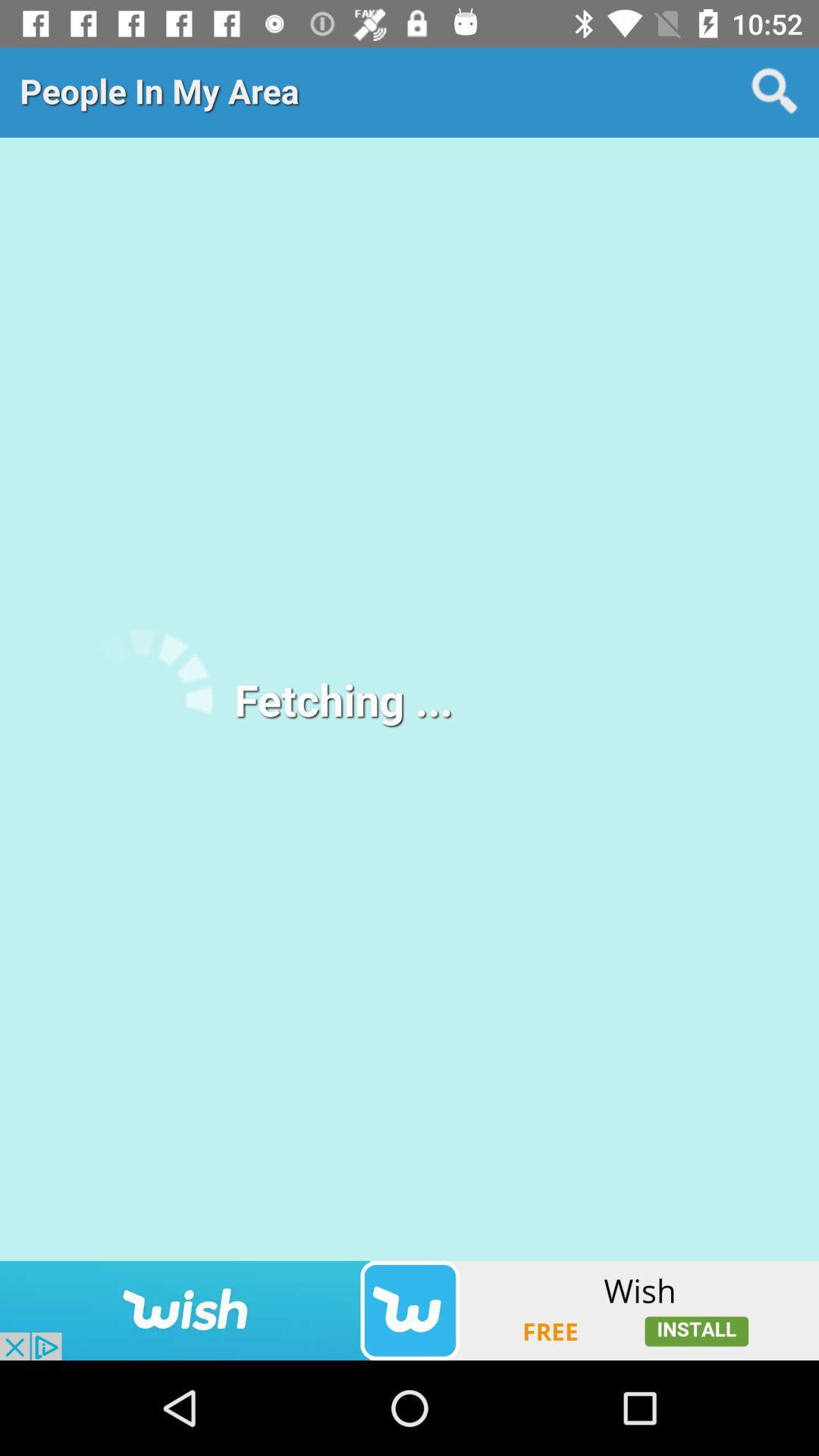 Image resolution: width=819 pixels, height=1456 pixels. I want to click on search button, so click(774, 91).